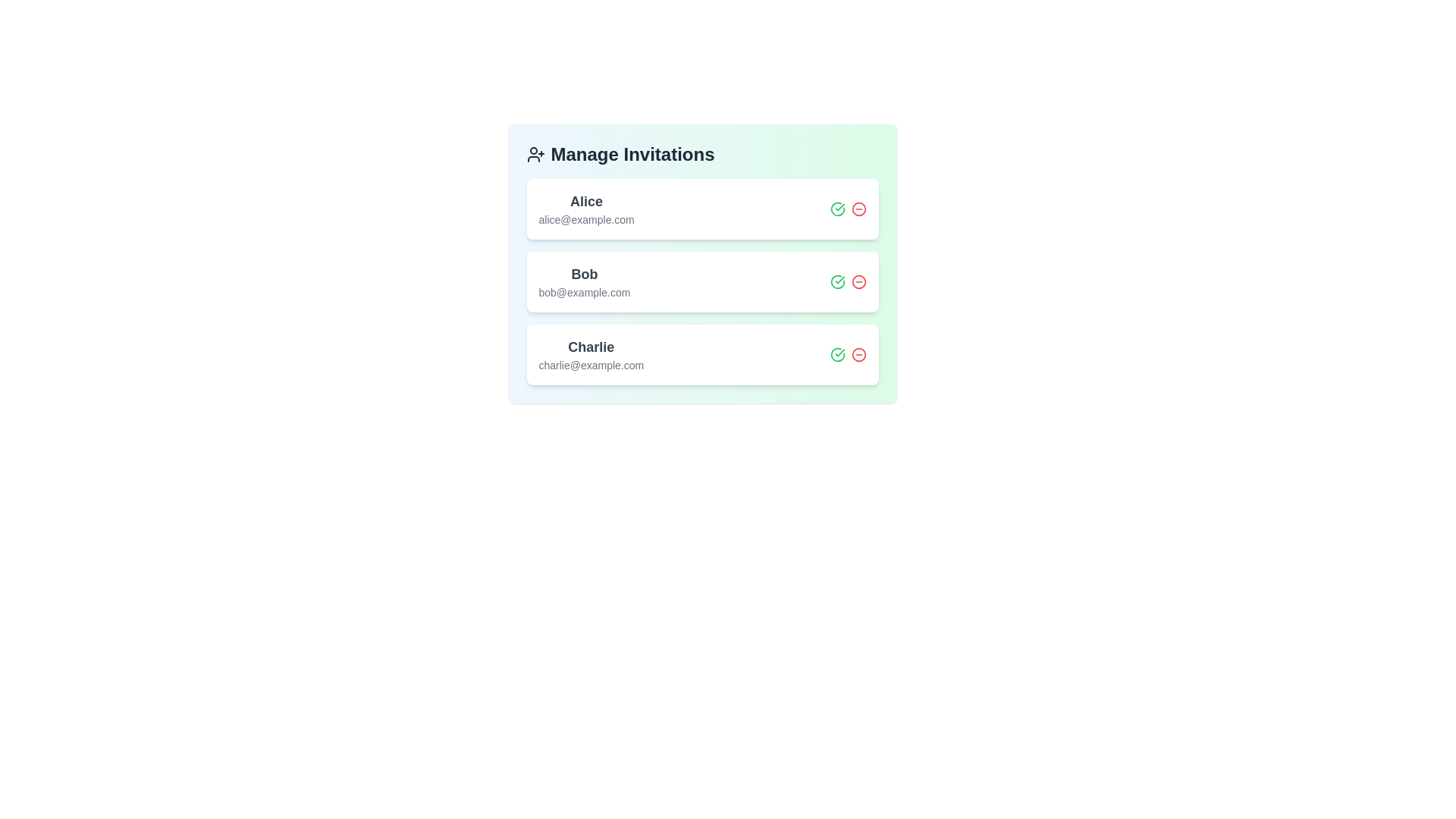  I want to click on invite button for the user with email charlie@example.com, so click(836, 354).